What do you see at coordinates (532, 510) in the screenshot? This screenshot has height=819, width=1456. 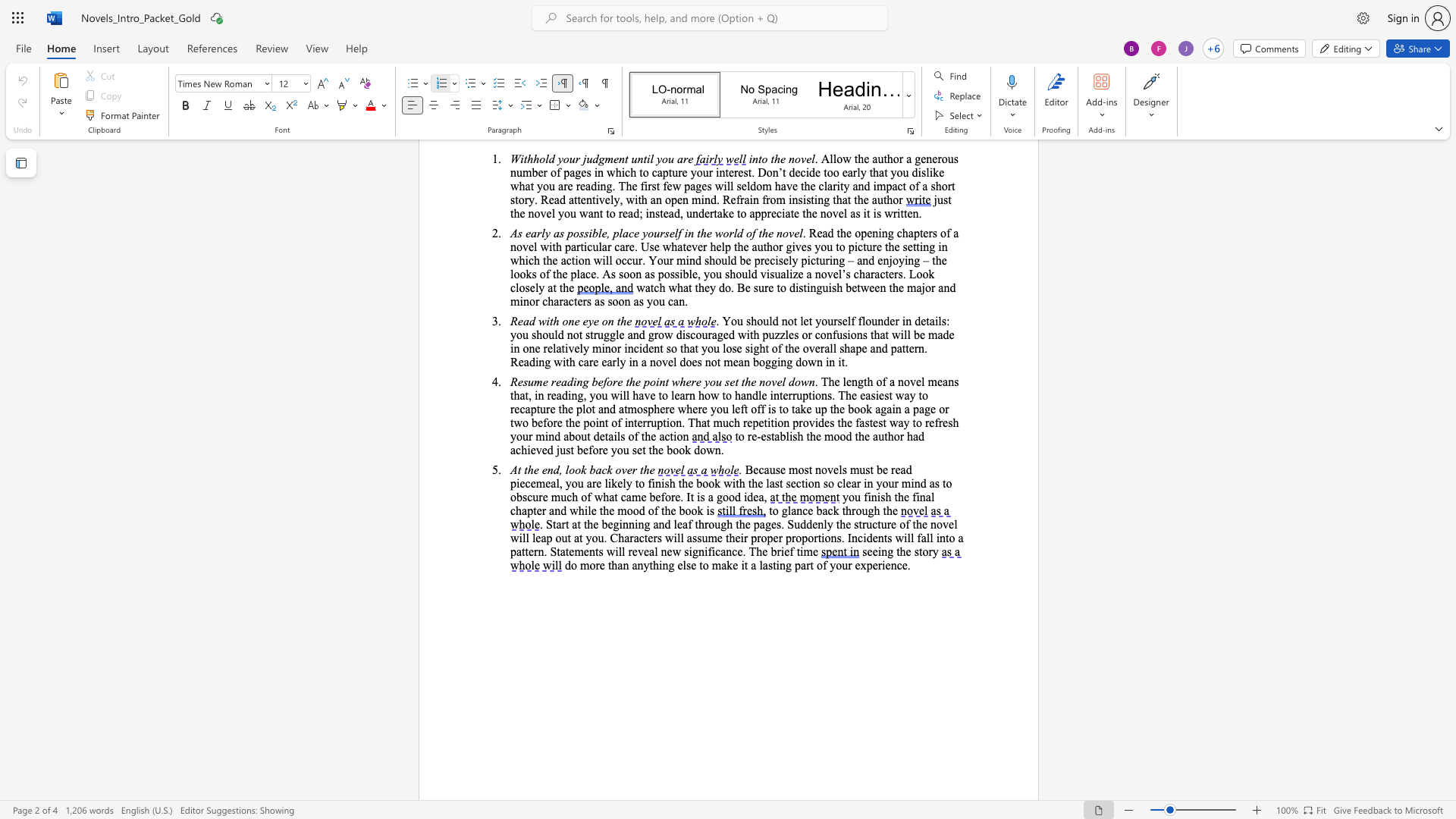 I see `the space between the continuous character "p" and "t" in the text` at bounding box center [532, 510].